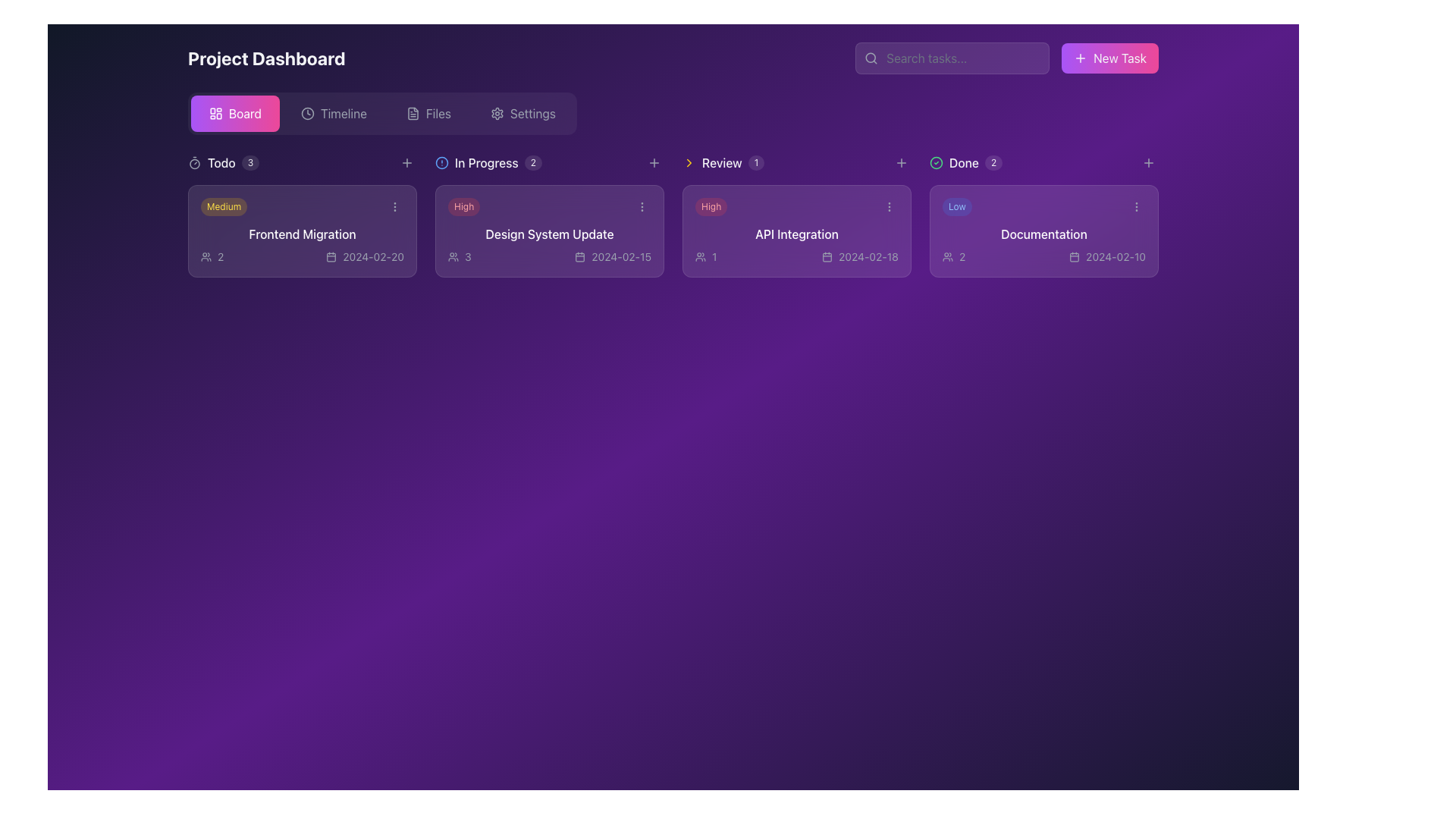 The height and width of the screenshot is (819, 1456). What do you see at coordinates (654, 163) in the screenshot?
I see `the small circular '+' button located to the right of the 'In Progress' section header` at bounding box center [654, 163].